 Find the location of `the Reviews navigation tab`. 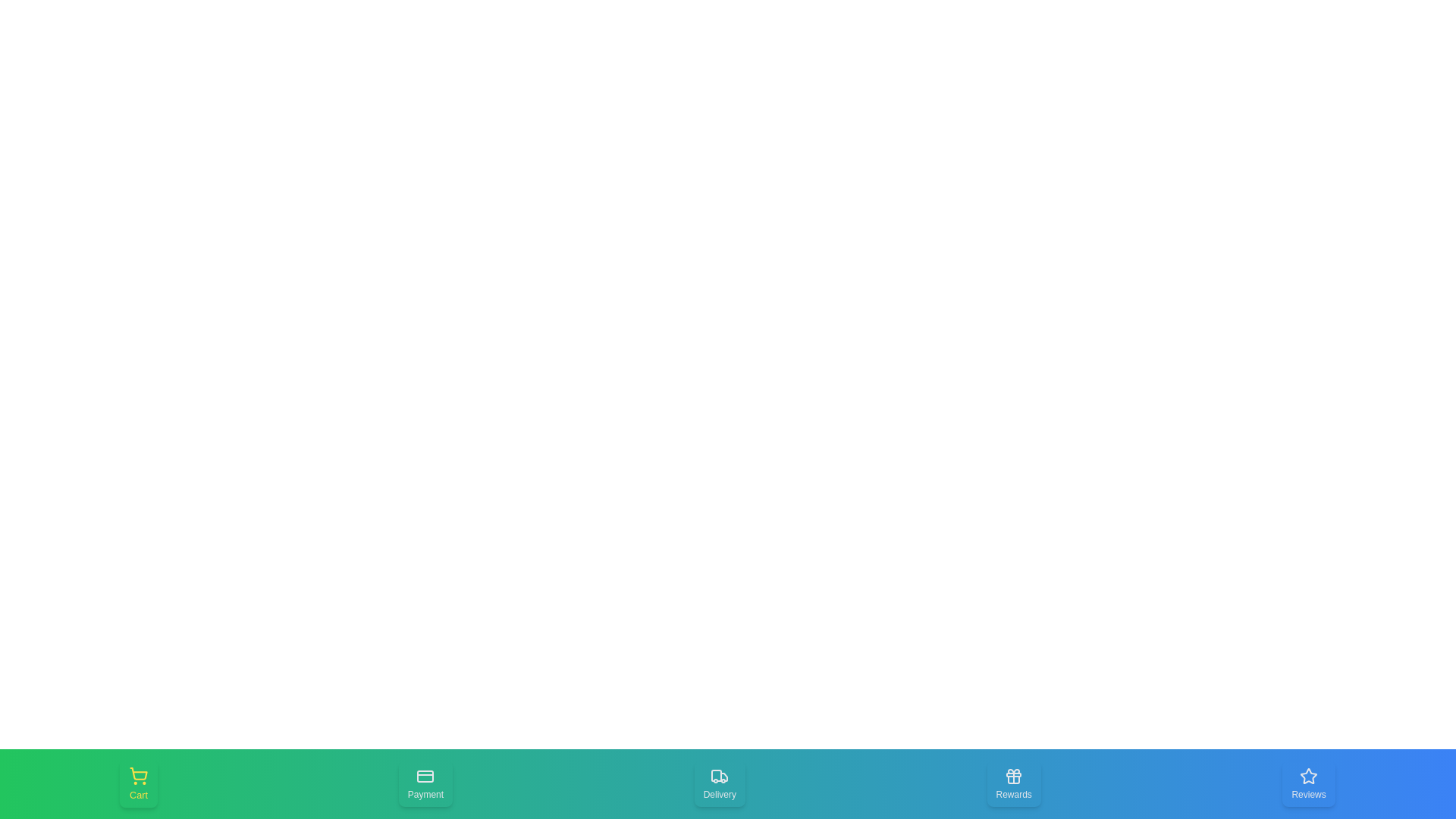

the Reviews navigation tab is located at coordinates (1308, 783).